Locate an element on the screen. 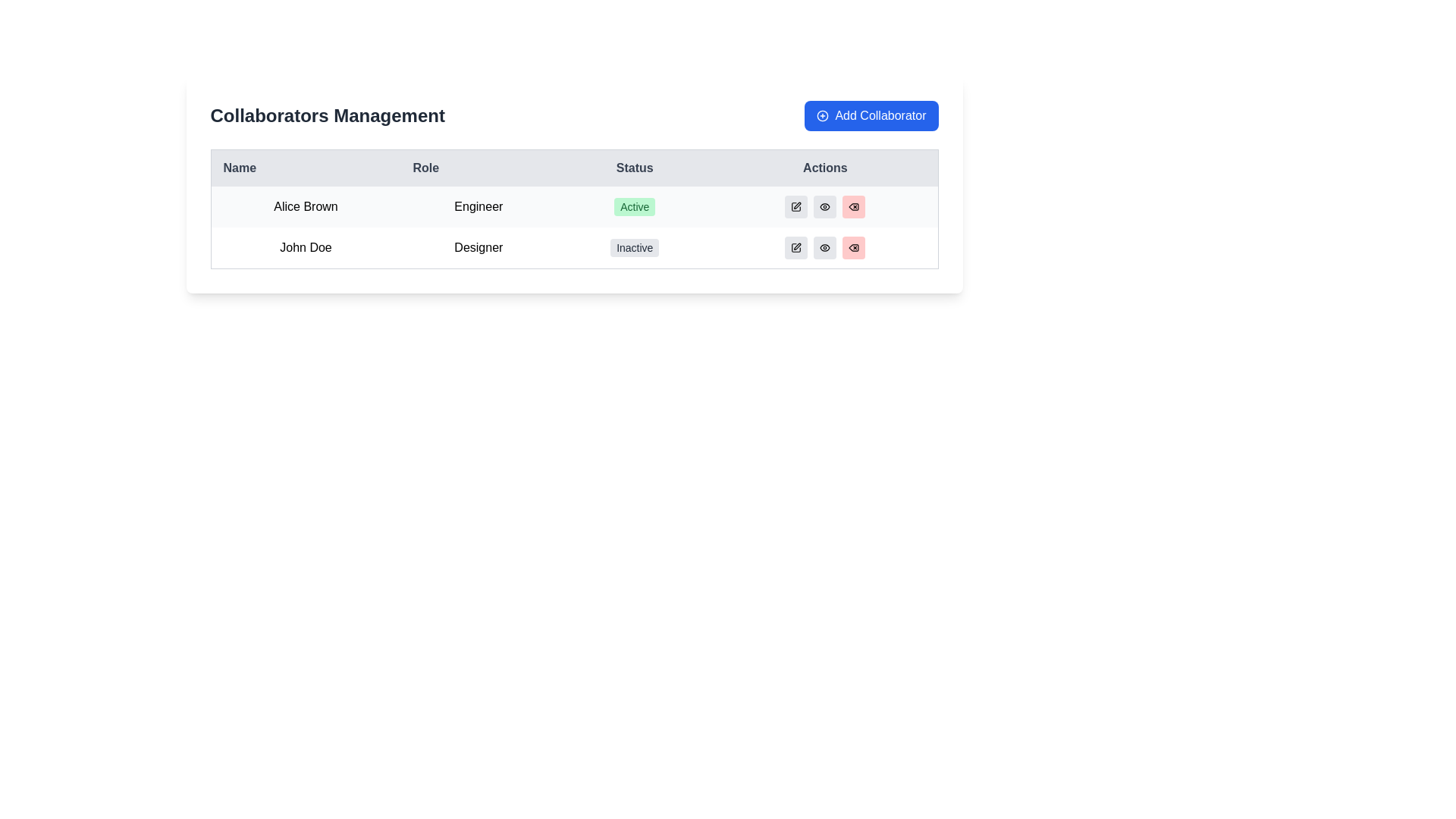 The height and width of the screenshot is (819, 1456). the 'Actions' column header in the table, which is the fourth column and located at the far right of the row, adjacent to the 'Status' column is located at coordinates (824, 168).